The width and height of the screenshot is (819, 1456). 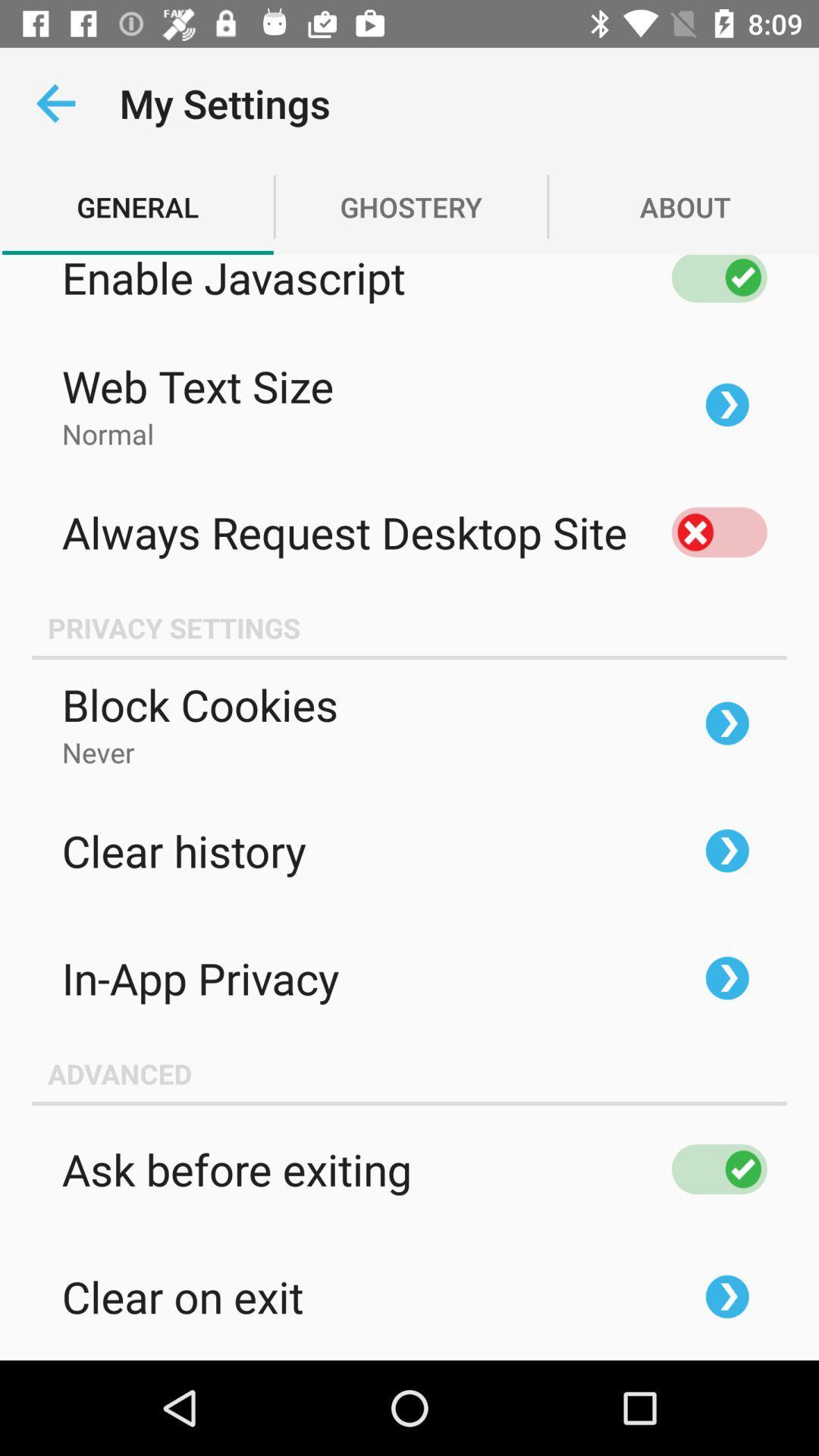 What do you see at coordinates (409, 1073) in the screenshot?
I see `advanced` at bounding box center [409, 1073].